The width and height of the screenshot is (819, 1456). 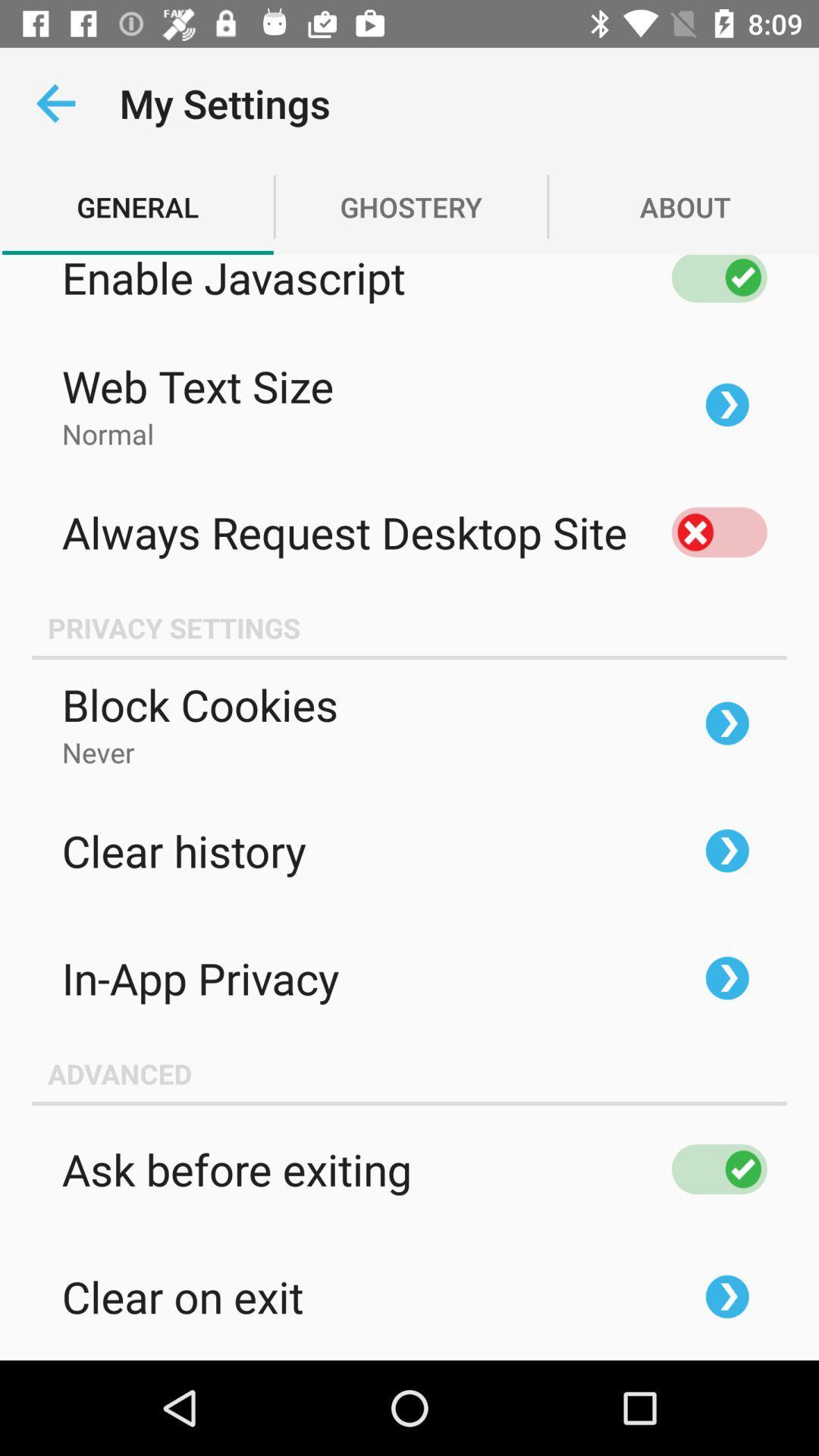 What do you see at coordinates (409, 1073) in the screenshot?
I see `advanced` at bounding box center [409, 1073].